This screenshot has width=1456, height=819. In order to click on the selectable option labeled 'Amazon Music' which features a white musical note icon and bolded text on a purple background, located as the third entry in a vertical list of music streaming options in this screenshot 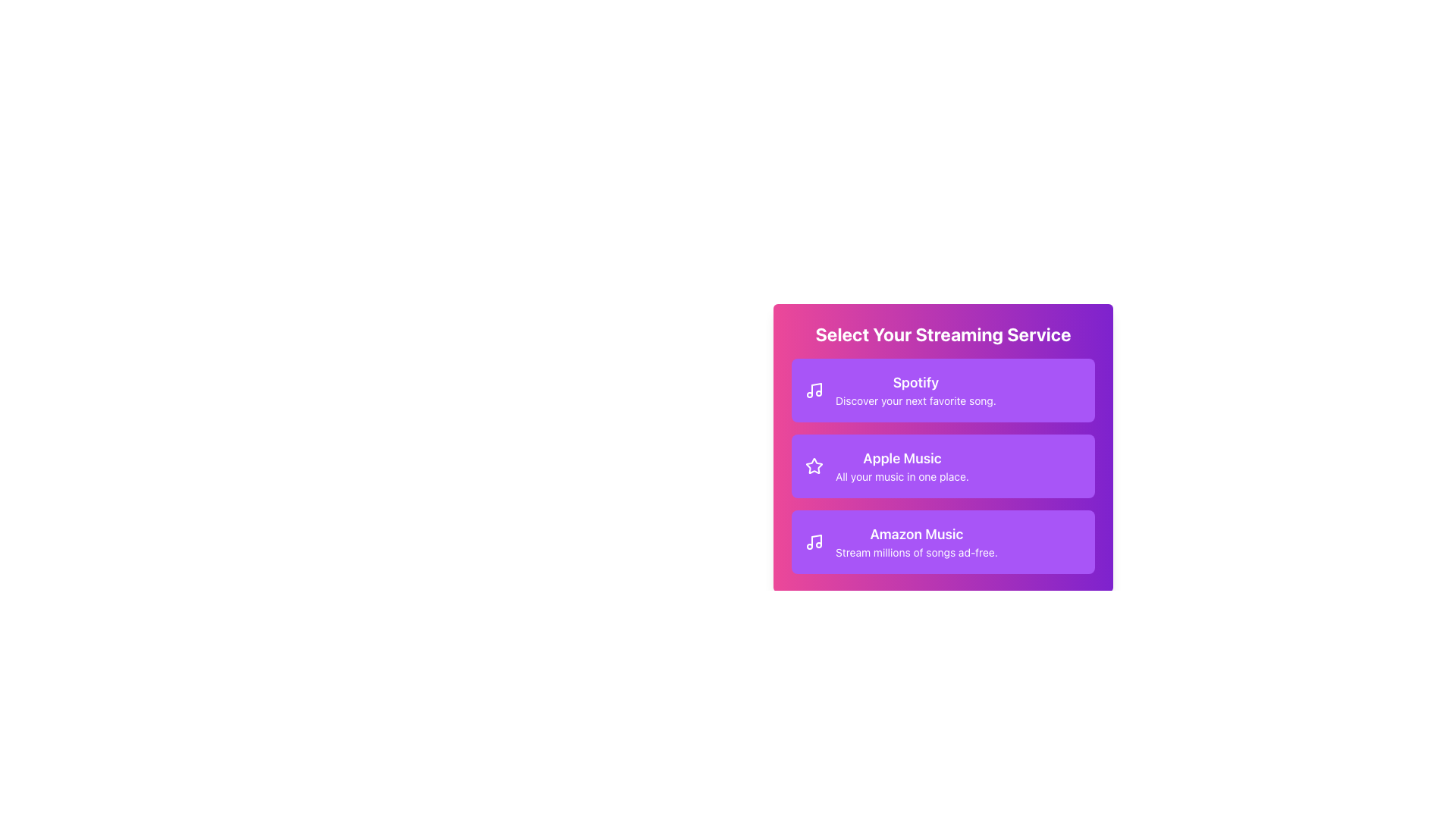, I will do `click(901, 541)`.